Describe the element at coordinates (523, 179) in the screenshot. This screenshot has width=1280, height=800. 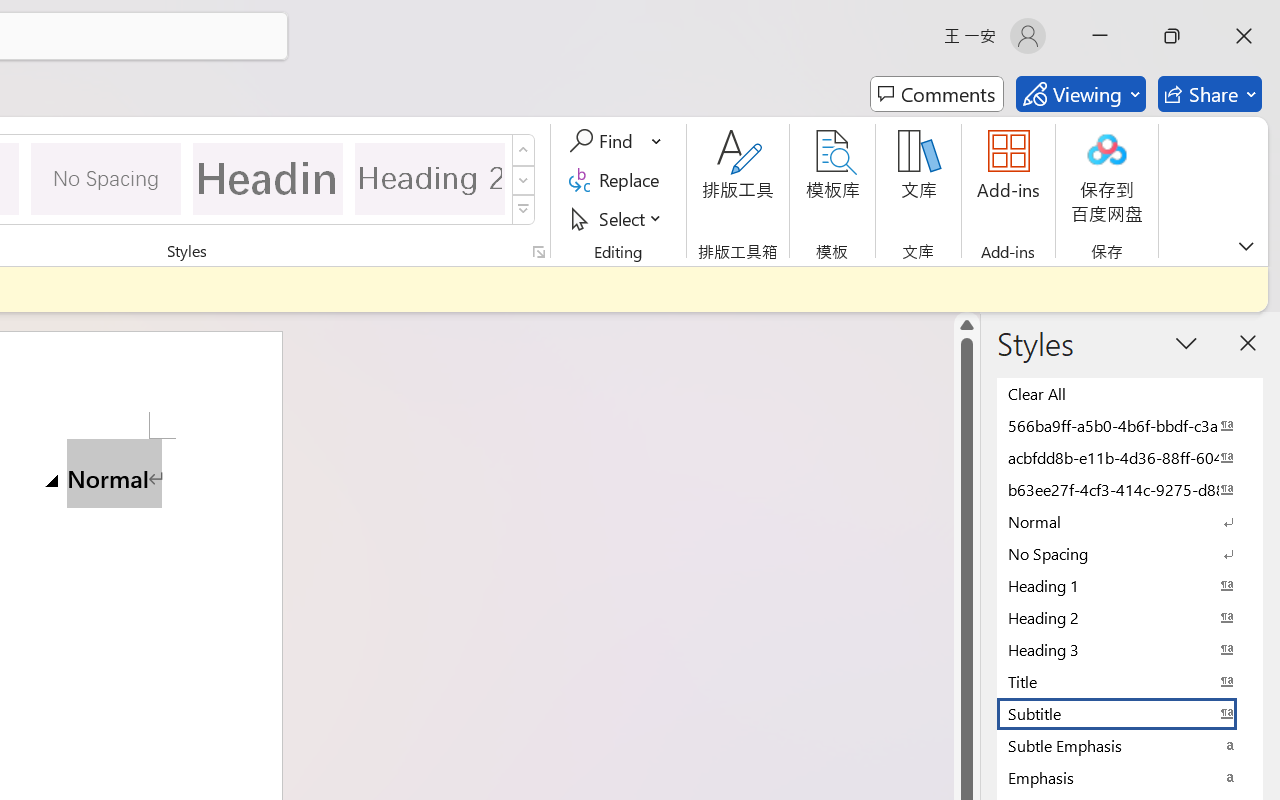
I see `'Row Down'` at that location.